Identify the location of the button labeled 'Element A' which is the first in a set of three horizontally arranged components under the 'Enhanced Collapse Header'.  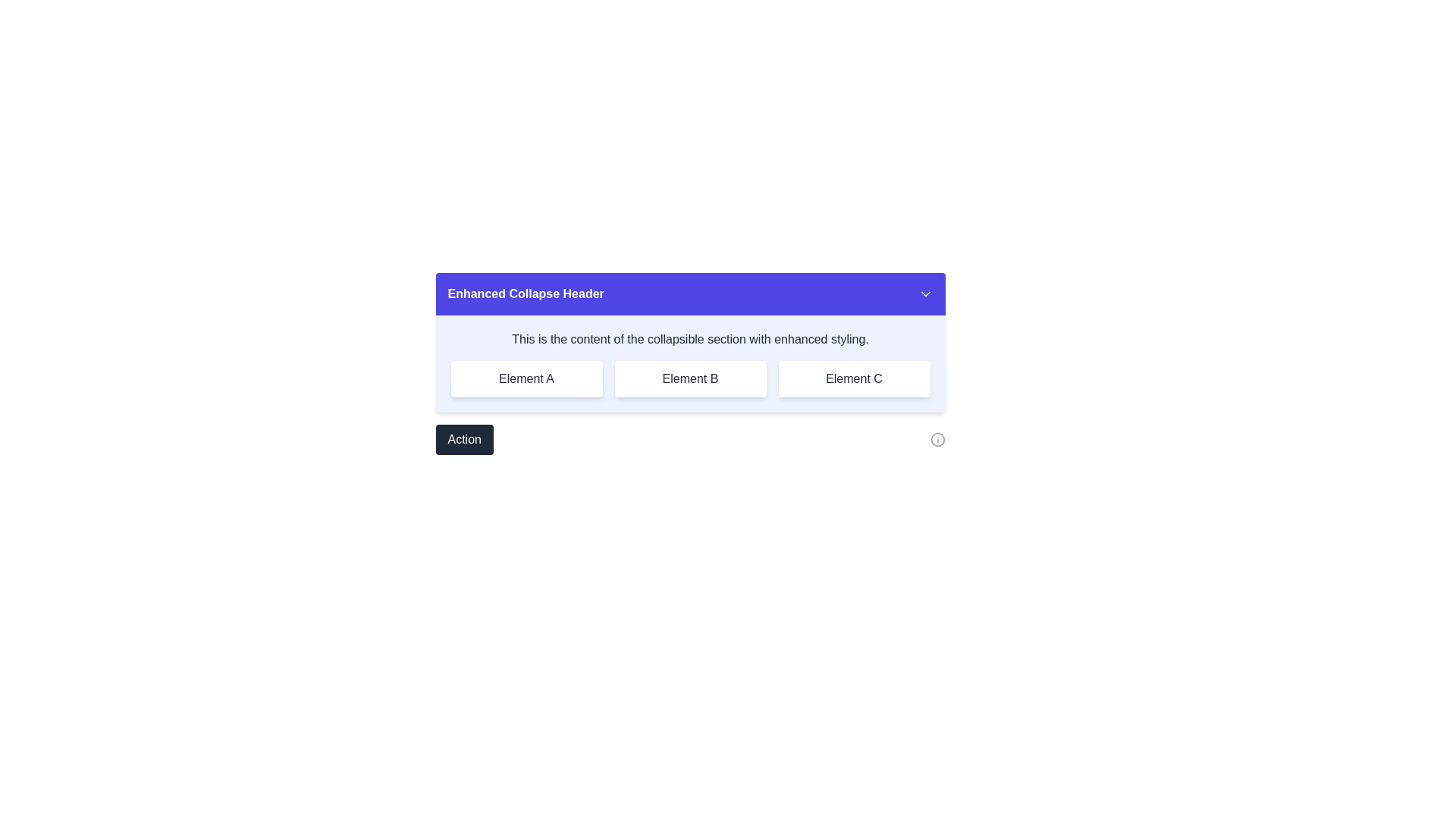
(526, 378).